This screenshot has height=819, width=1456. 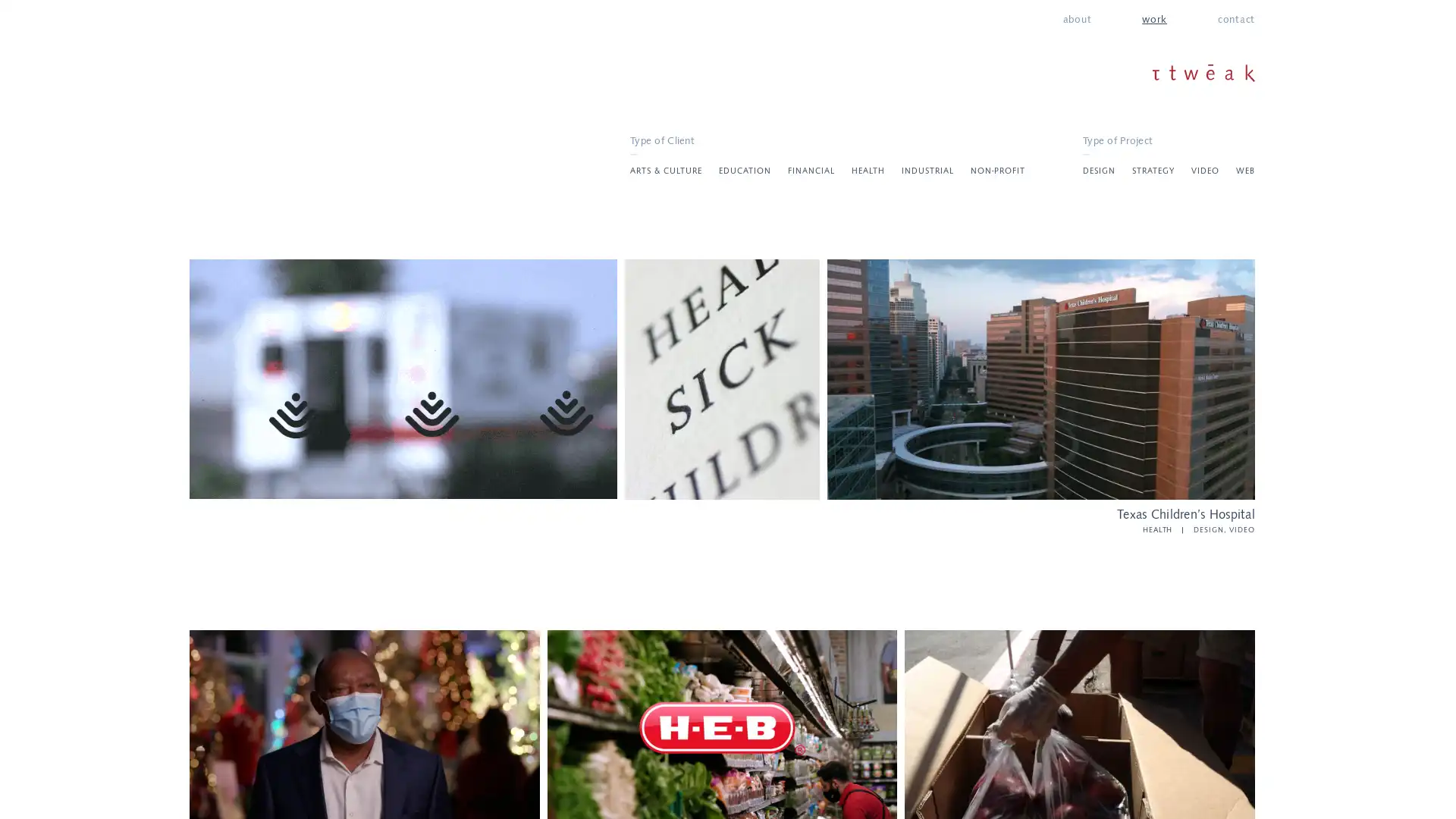 I want to click on NON-PROFIT, so click(x=997, y=171).